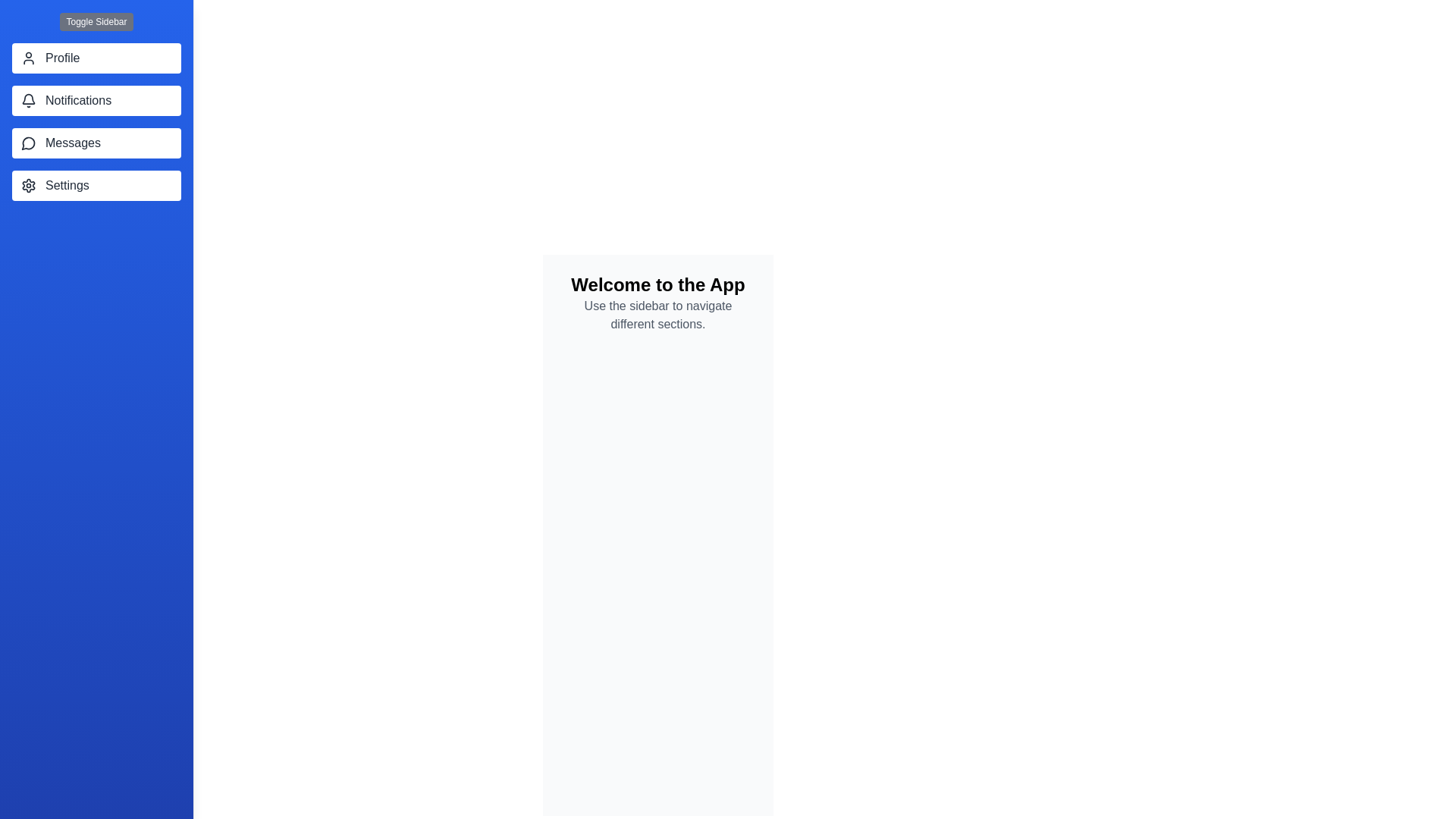 This screenshot has width=1456, height=819. Describe the element at coordinates (658, 284) in the screenshot. I see `the welcome message displayed in the main content area` at that location.